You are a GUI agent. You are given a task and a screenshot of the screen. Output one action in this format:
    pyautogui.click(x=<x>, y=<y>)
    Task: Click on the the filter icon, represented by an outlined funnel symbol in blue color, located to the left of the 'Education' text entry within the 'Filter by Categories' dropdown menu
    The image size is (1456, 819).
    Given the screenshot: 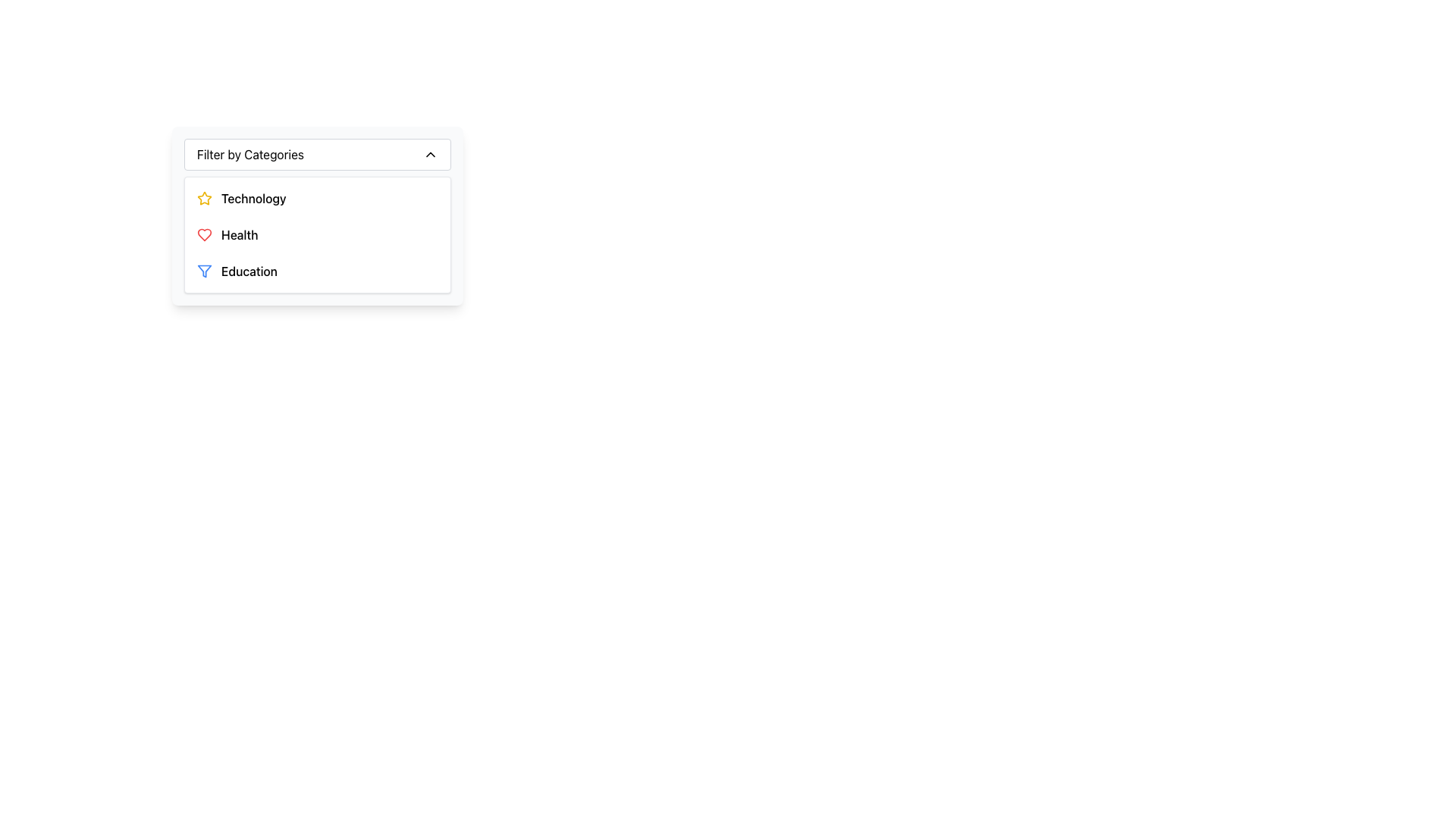 What is the action you would take?
    pyautogui.click(x=203, y=271)
    